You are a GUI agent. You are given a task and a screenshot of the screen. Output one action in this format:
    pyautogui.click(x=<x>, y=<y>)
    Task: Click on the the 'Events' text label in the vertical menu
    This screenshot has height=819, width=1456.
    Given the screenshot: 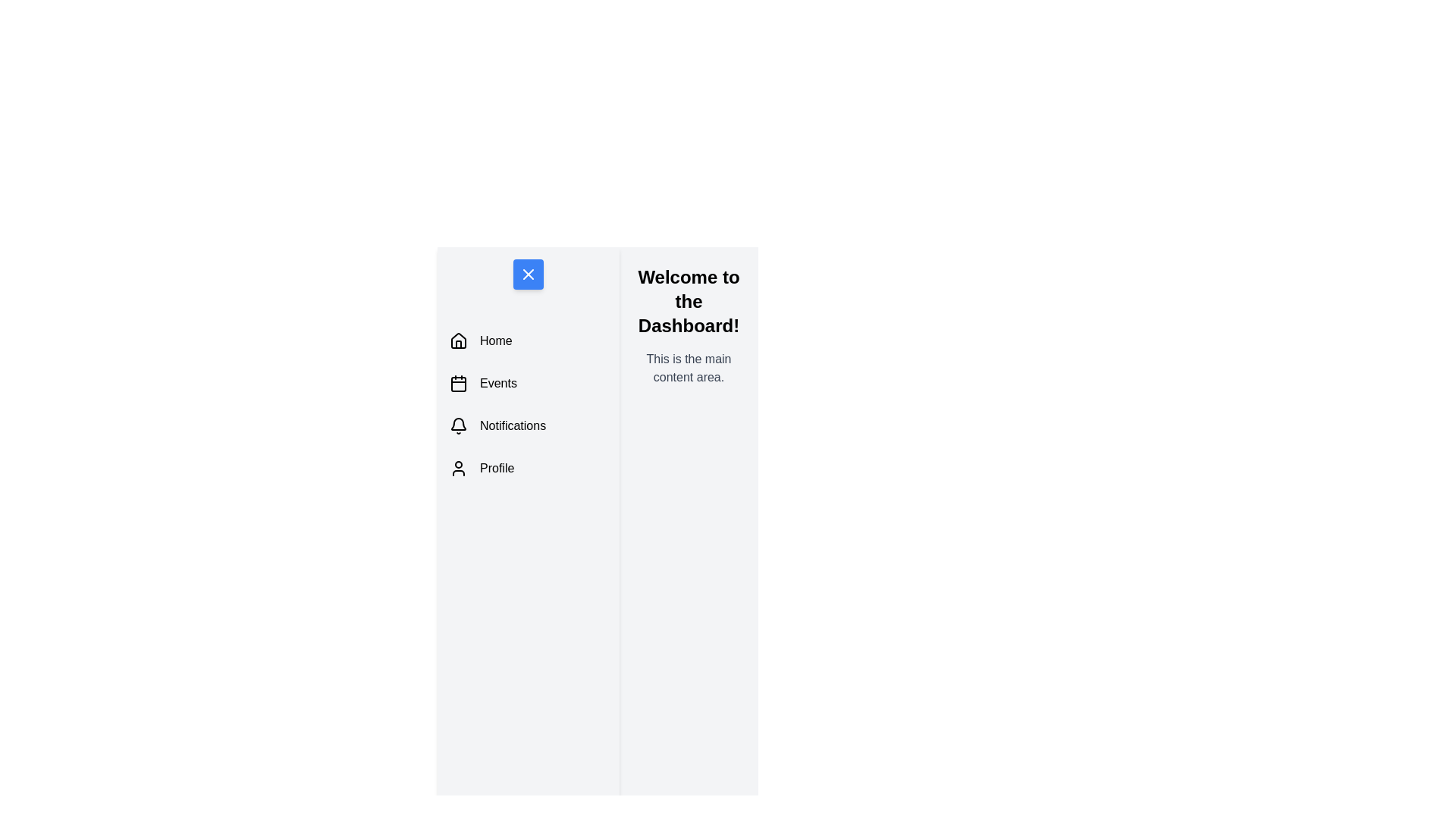 What is the action you would take?
    pyautogui.click(x=498, y=382)
    